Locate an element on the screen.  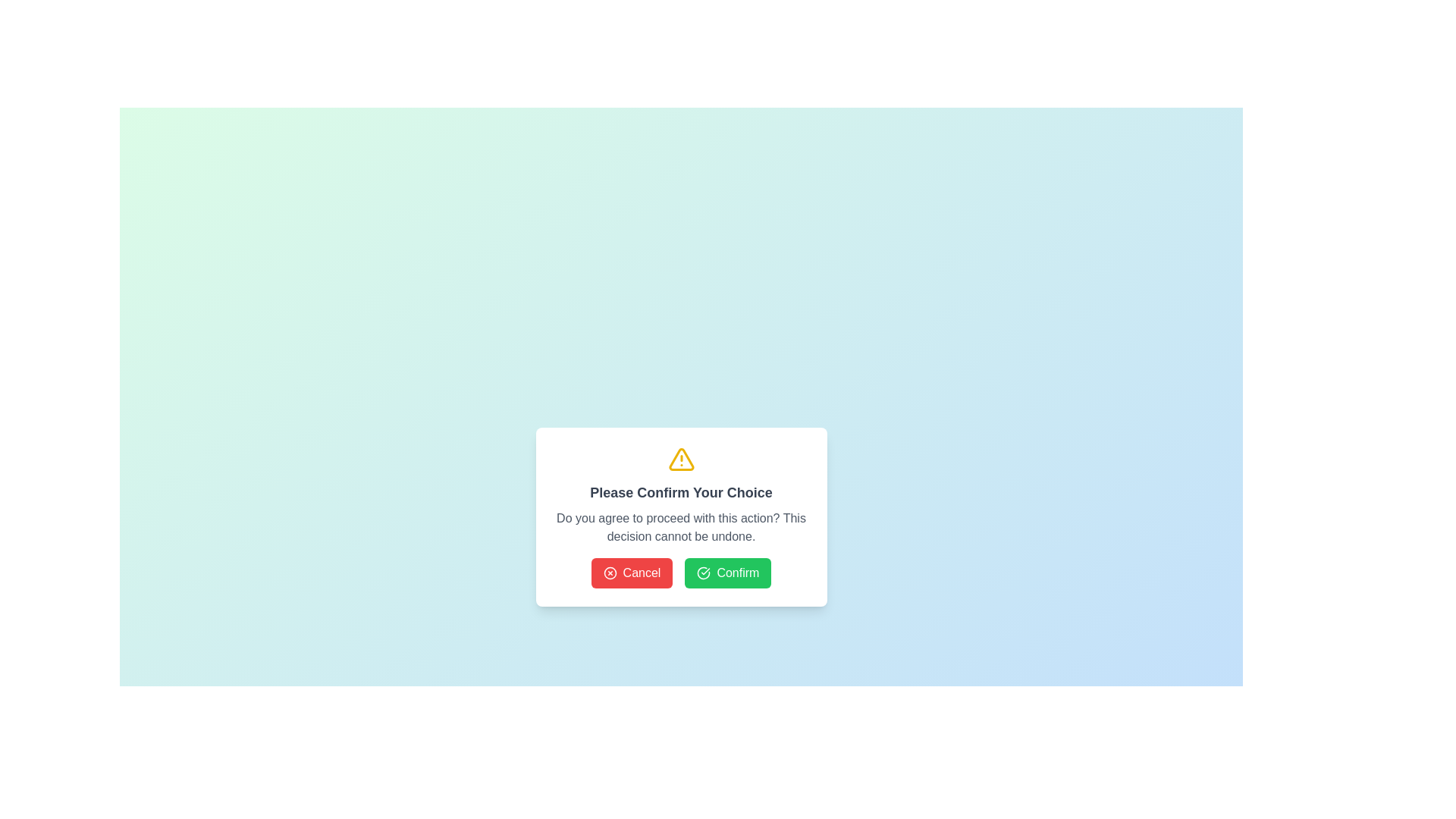
the Confirm button's graphical icon, which is the leftmost component inside the button is located at coordinates (703, 573).